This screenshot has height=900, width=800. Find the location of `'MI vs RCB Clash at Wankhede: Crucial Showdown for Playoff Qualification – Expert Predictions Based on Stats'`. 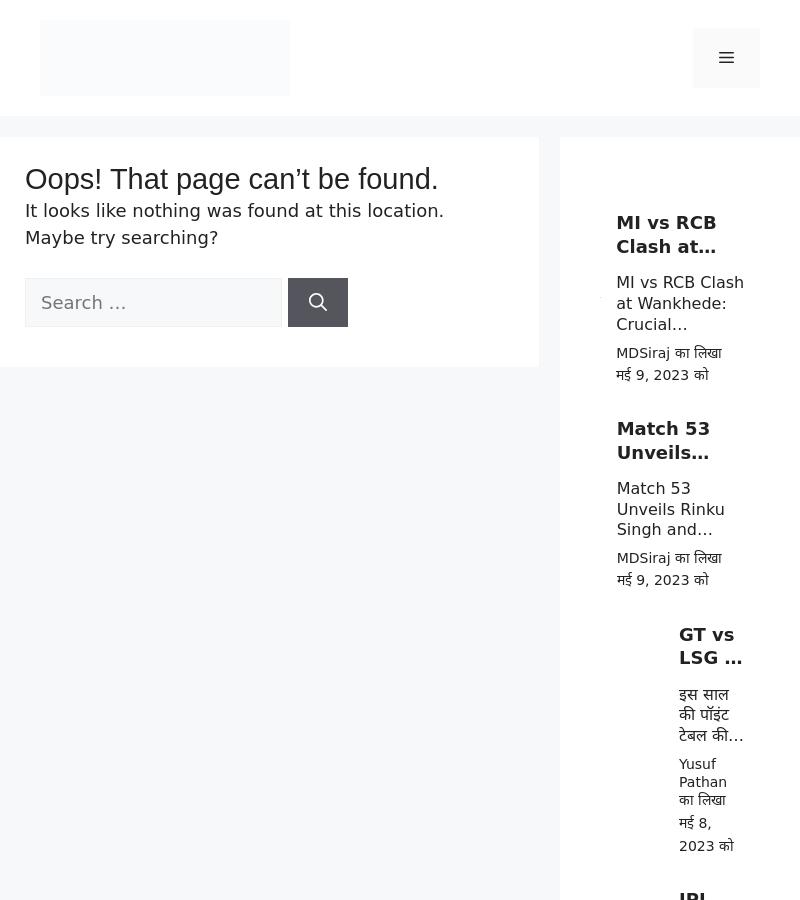

'MI vs RCB Clash at Wankhede: Crucial Showdown for Playoff Qualification – Expert Predictions Based on Stats' is located at coordinates (680, 339).